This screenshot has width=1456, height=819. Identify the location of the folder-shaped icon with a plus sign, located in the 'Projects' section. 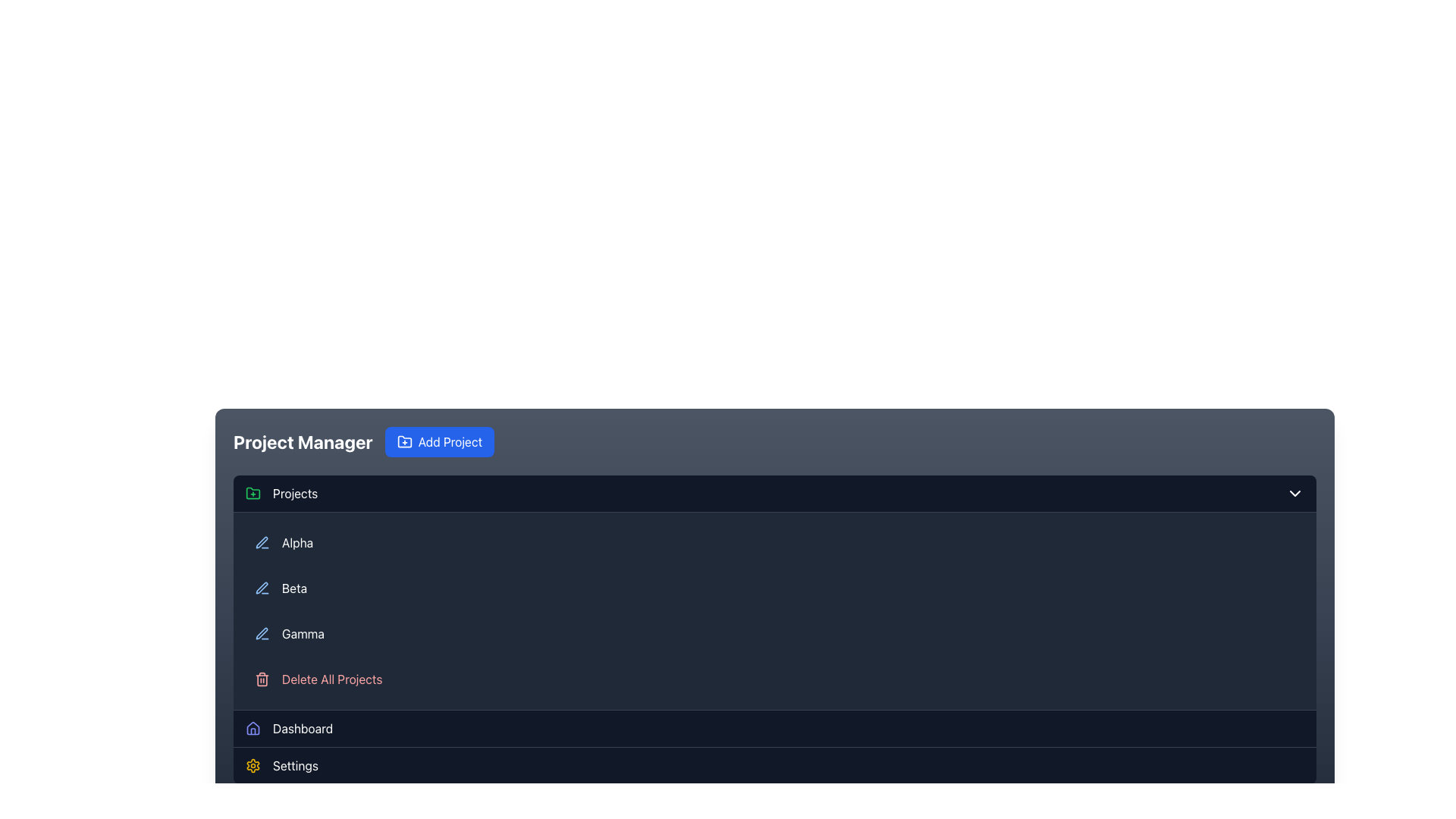
(253, 494).